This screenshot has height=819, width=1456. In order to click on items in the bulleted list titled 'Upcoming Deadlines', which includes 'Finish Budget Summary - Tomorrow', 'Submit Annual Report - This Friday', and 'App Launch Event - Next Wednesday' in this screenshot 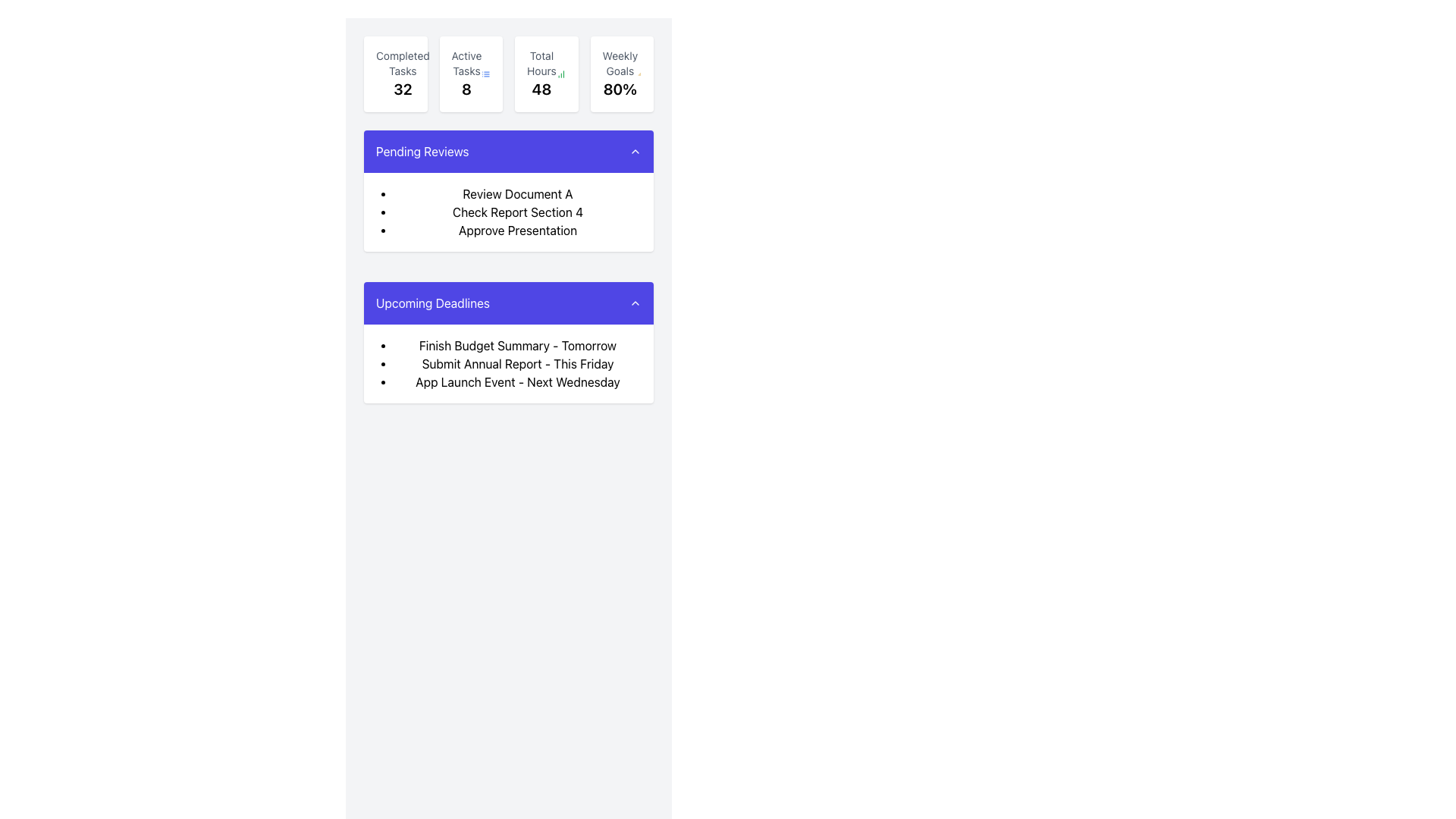, I will do `click(517, 363)`.